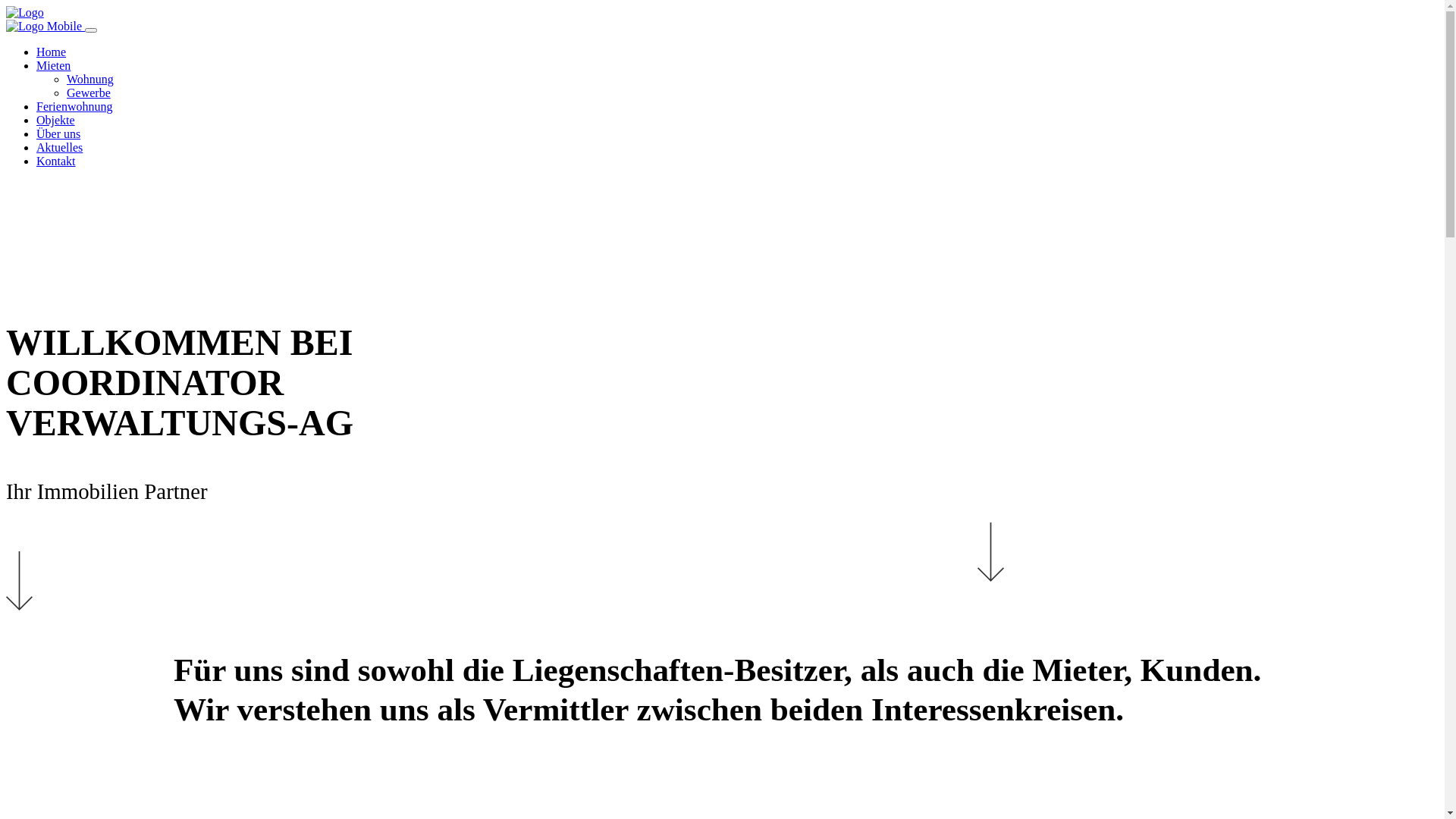 This screenshot has height=819, width=1456. Describe the element at coordinates (55, 119) in the screenshot. I see `'Objekte'` at that location.